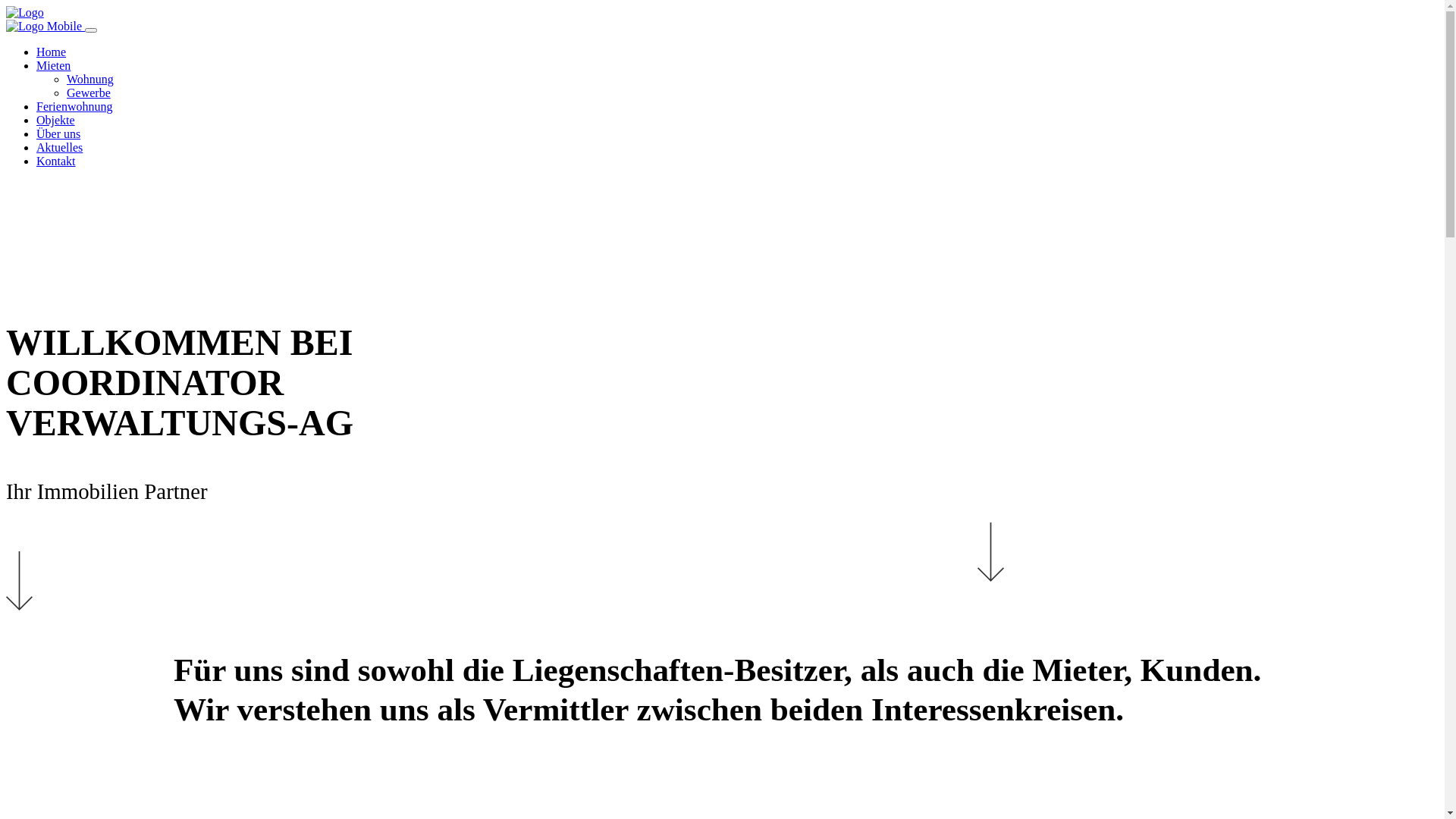 This screenshot has height=819, width=1456. Describe the element at coordinates (55, 119) in the screenshot. I see `'Objekte'` at that location.